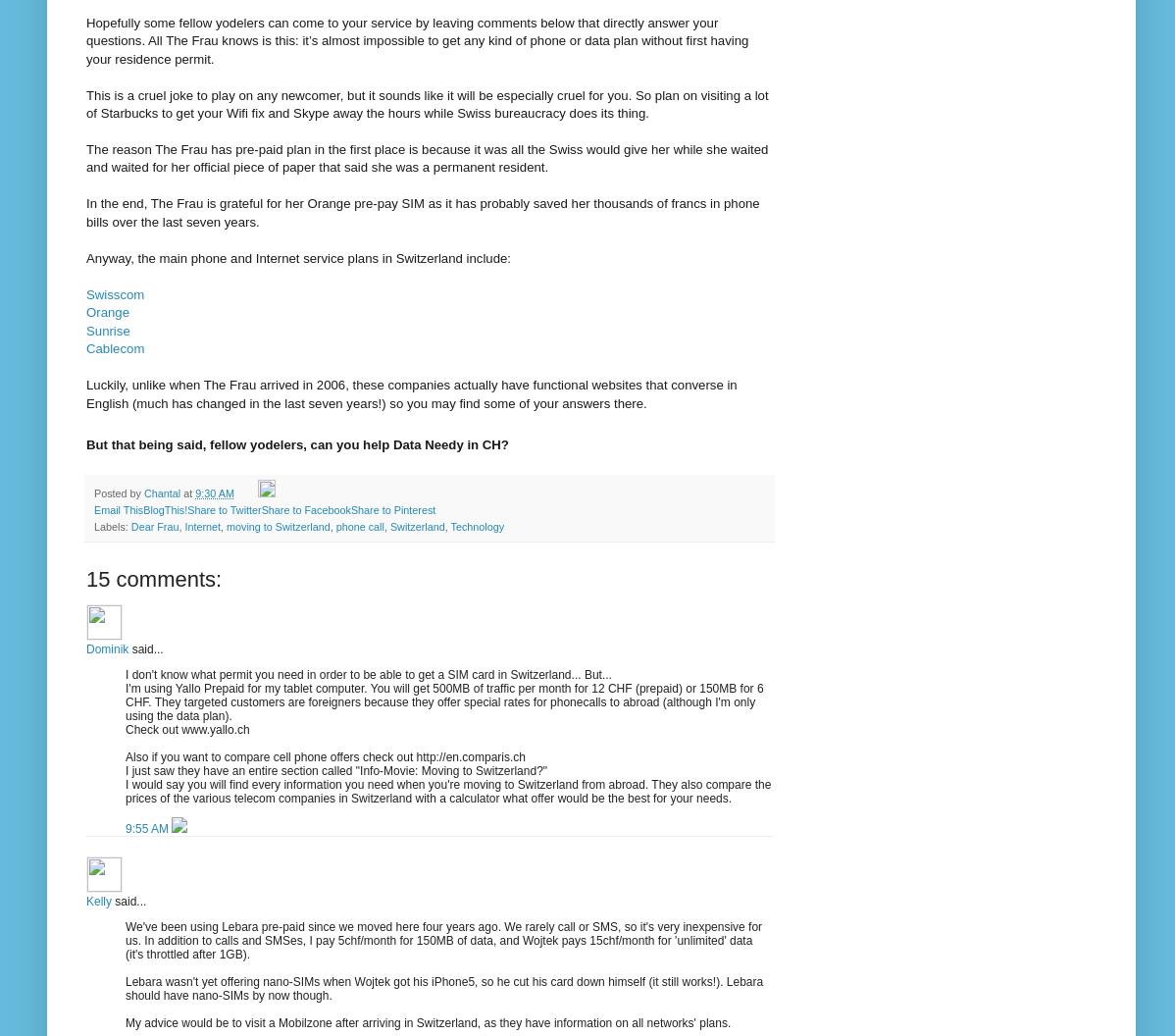  What do you see at coordinates (187, 492) in the screenshot?
I see `'at'` at bounding box center [187, 492].